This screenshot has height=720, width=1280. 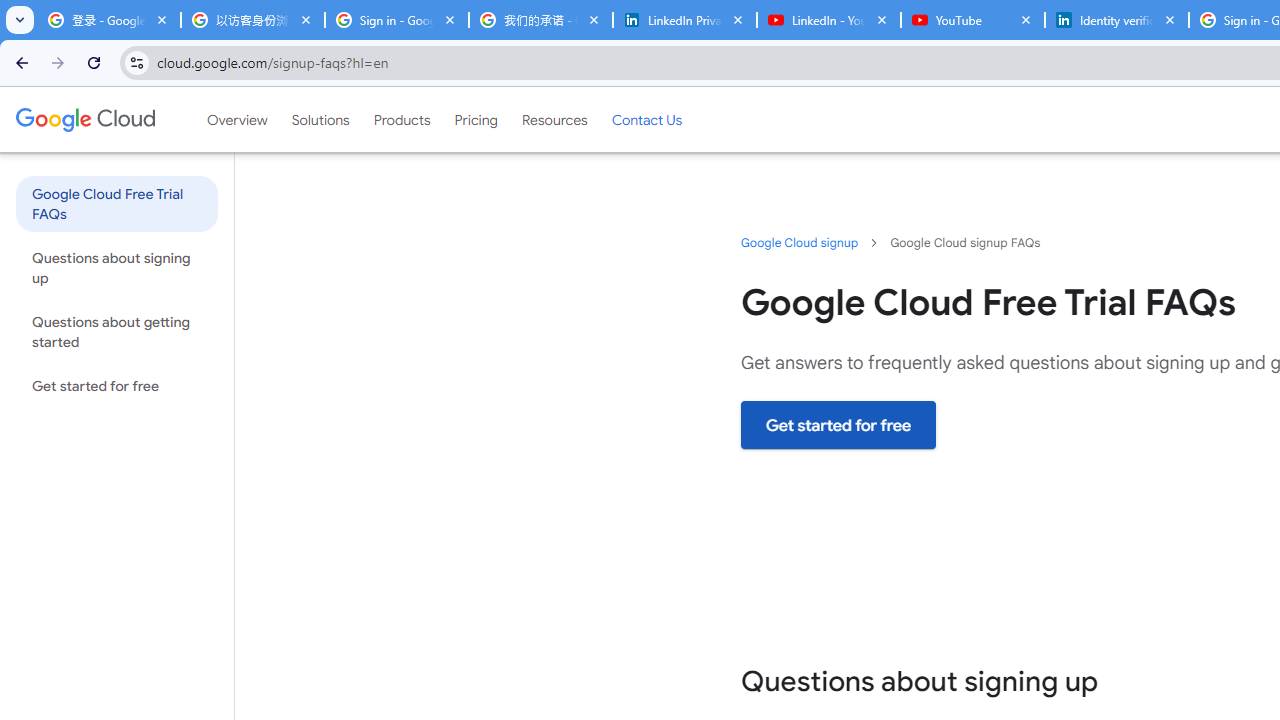 What do you see at coordinates (396, 20) in the screenshot?
I see `'Sign in - Google Accounts'` at bounding box center [396, 20].